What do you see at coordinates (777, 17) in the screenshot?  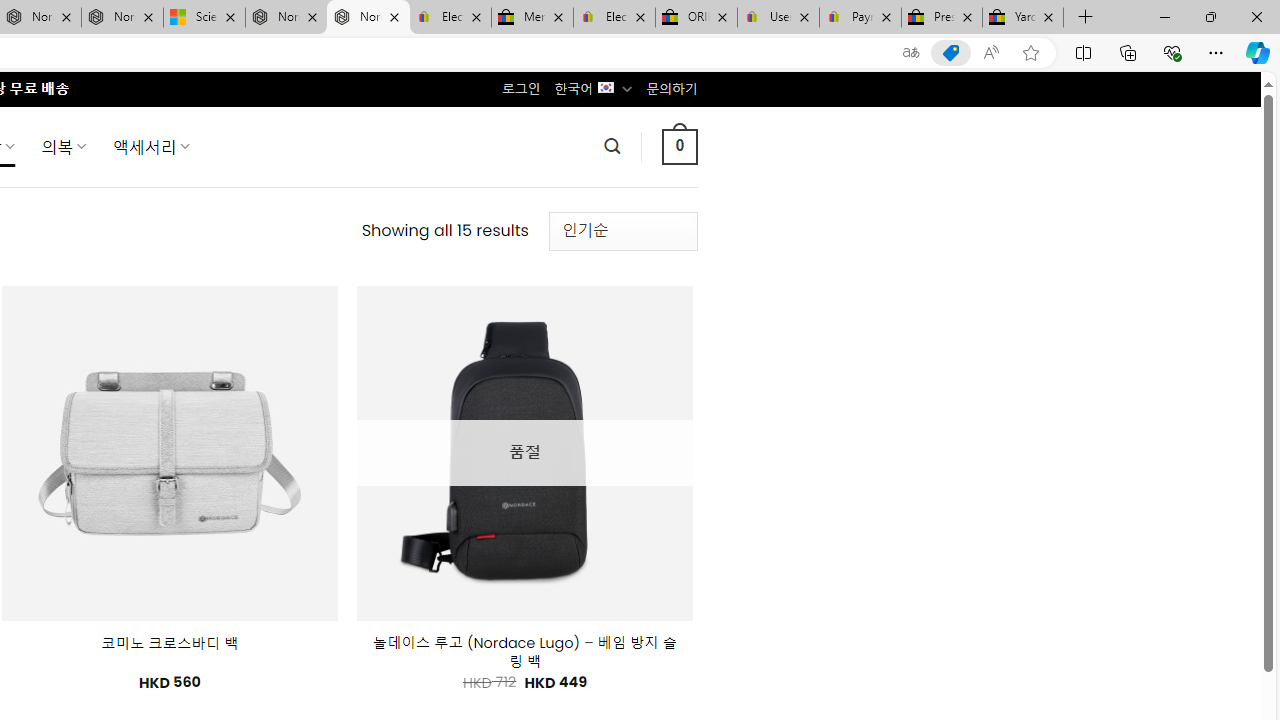 I see `'User Privacy Notice | eBay'` at bounding box center [777, 17].